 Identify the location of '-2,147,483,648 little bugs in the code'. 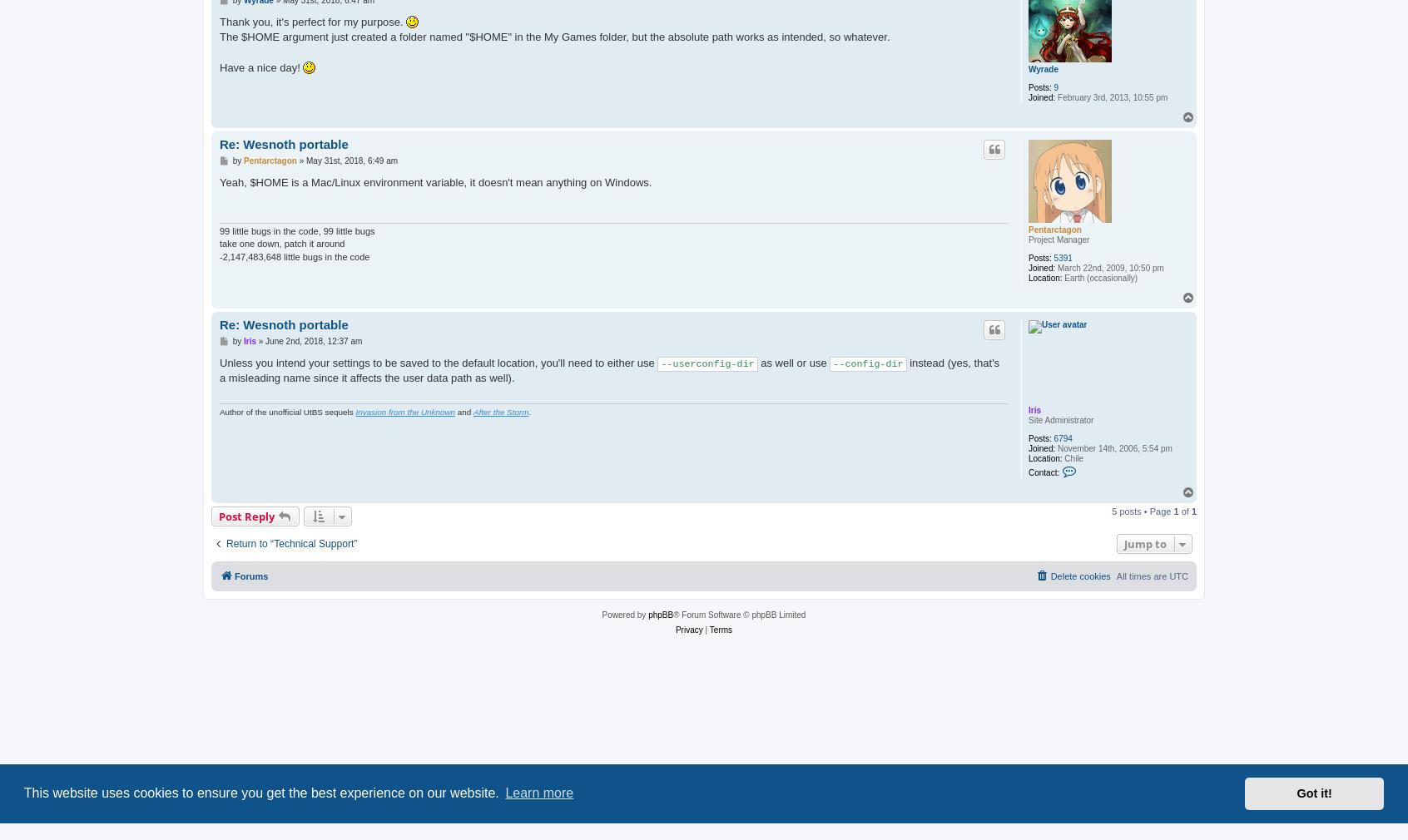
(293, 256).